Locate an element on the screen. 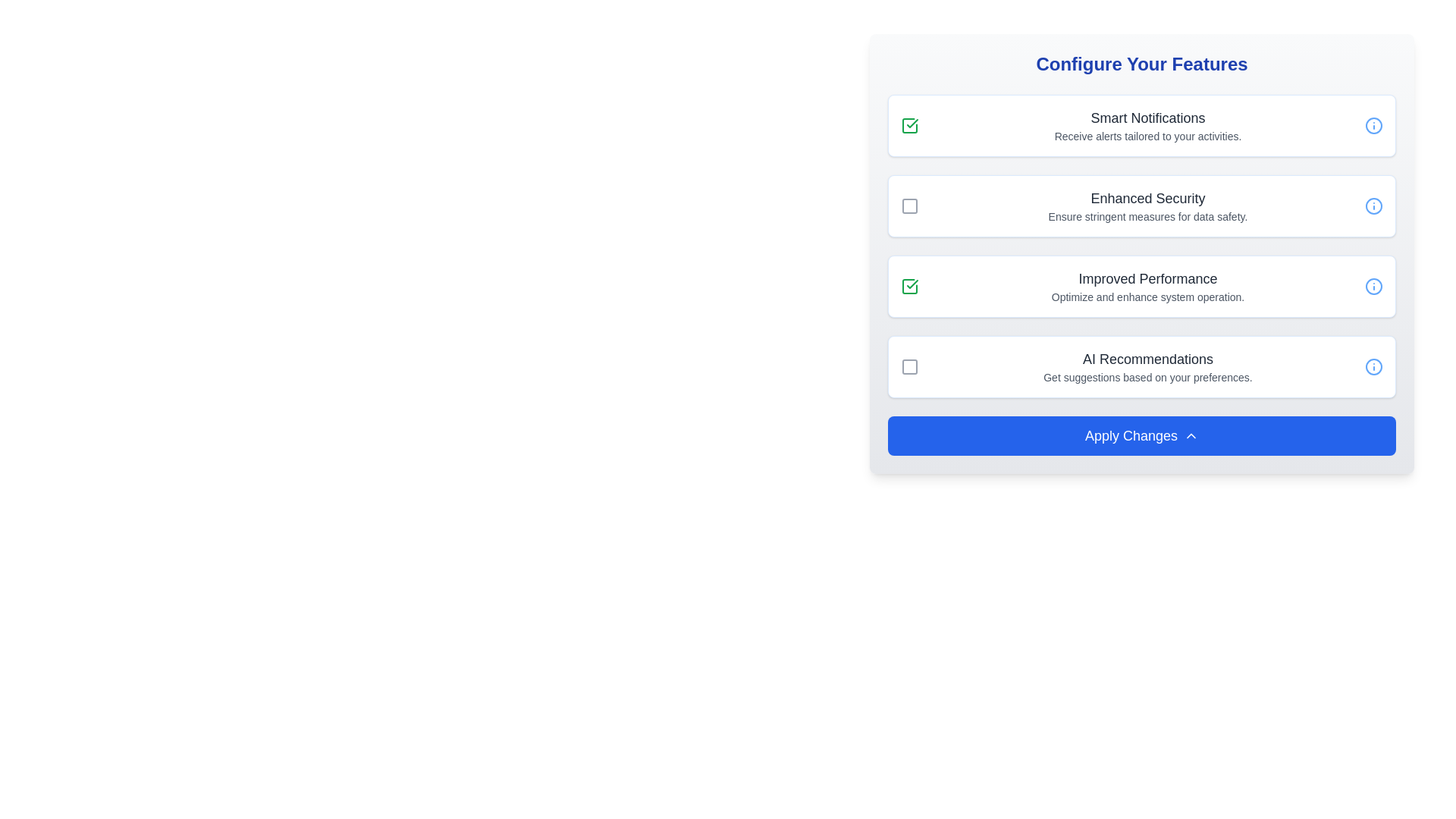 This screenshot has height=819, width=1456. the first checkbox in the 'Configure Your Features' panel is located at coordinates (910, 124).